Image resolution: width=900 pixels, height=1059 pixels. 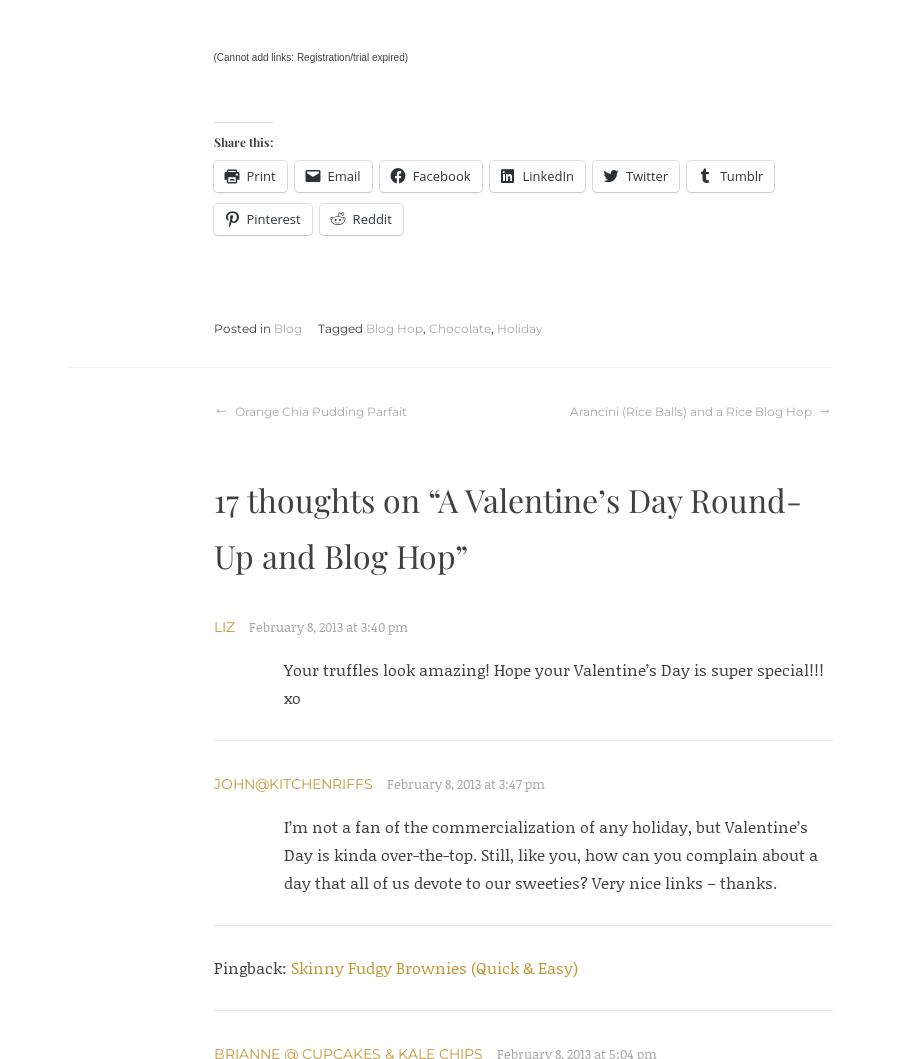 What do you see at coordinates (241, 141) in the screenshot?
I see `'Share this:'` at bounding box center [241, 141].